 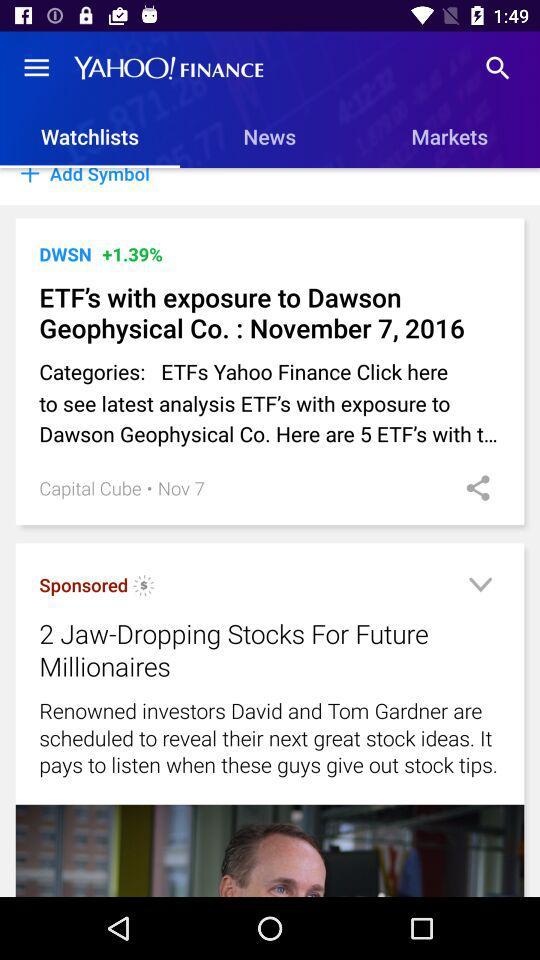 What do you see at coordinates (270, 402) in the screenshot?
I see `the categories etfs yahoo` at bounding box center [270, 402].